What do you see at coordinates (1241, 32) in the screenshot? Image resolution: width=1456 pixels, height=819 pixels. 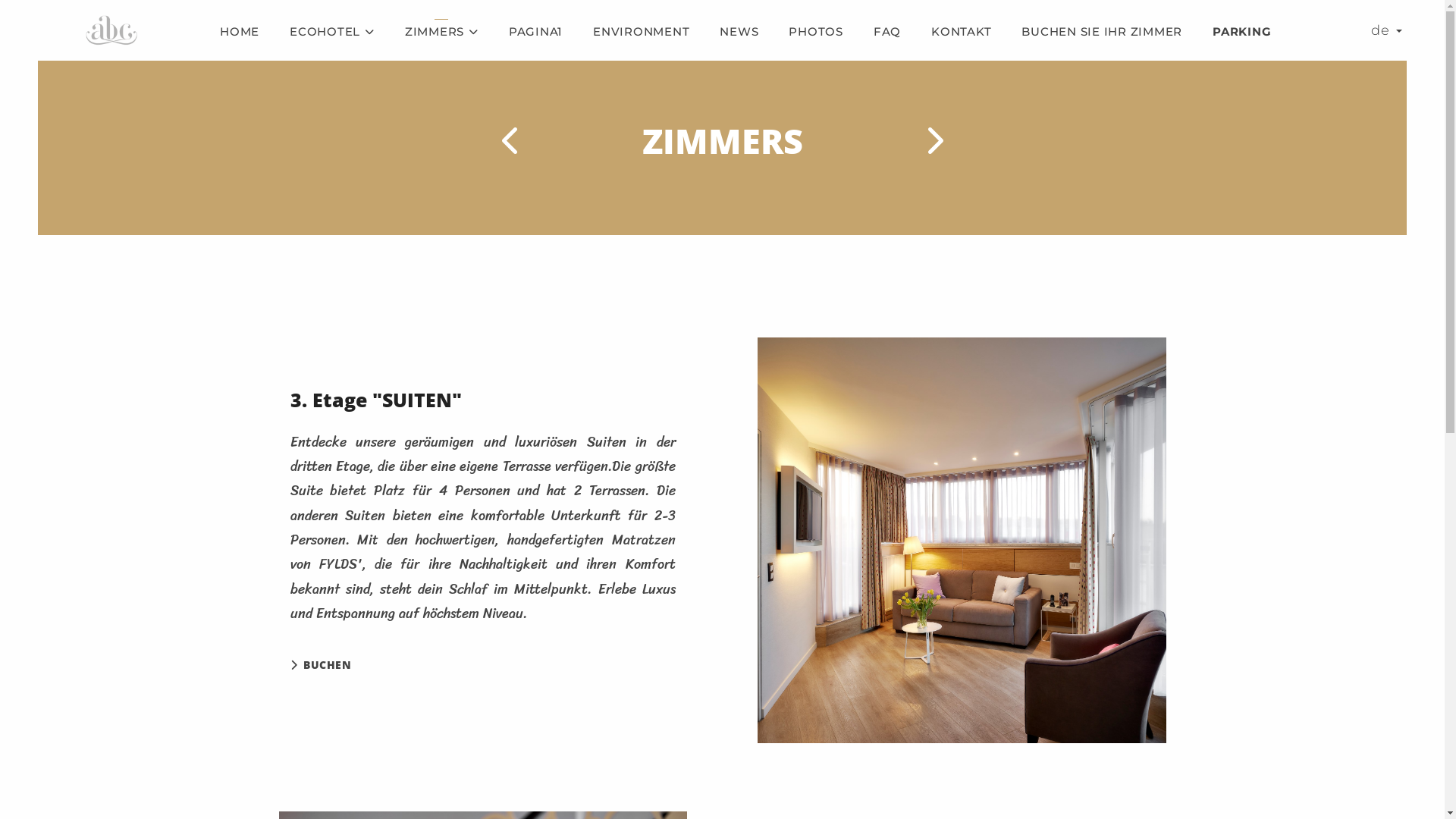 I see `'PARKING'` at bounding box center [1241, 32].